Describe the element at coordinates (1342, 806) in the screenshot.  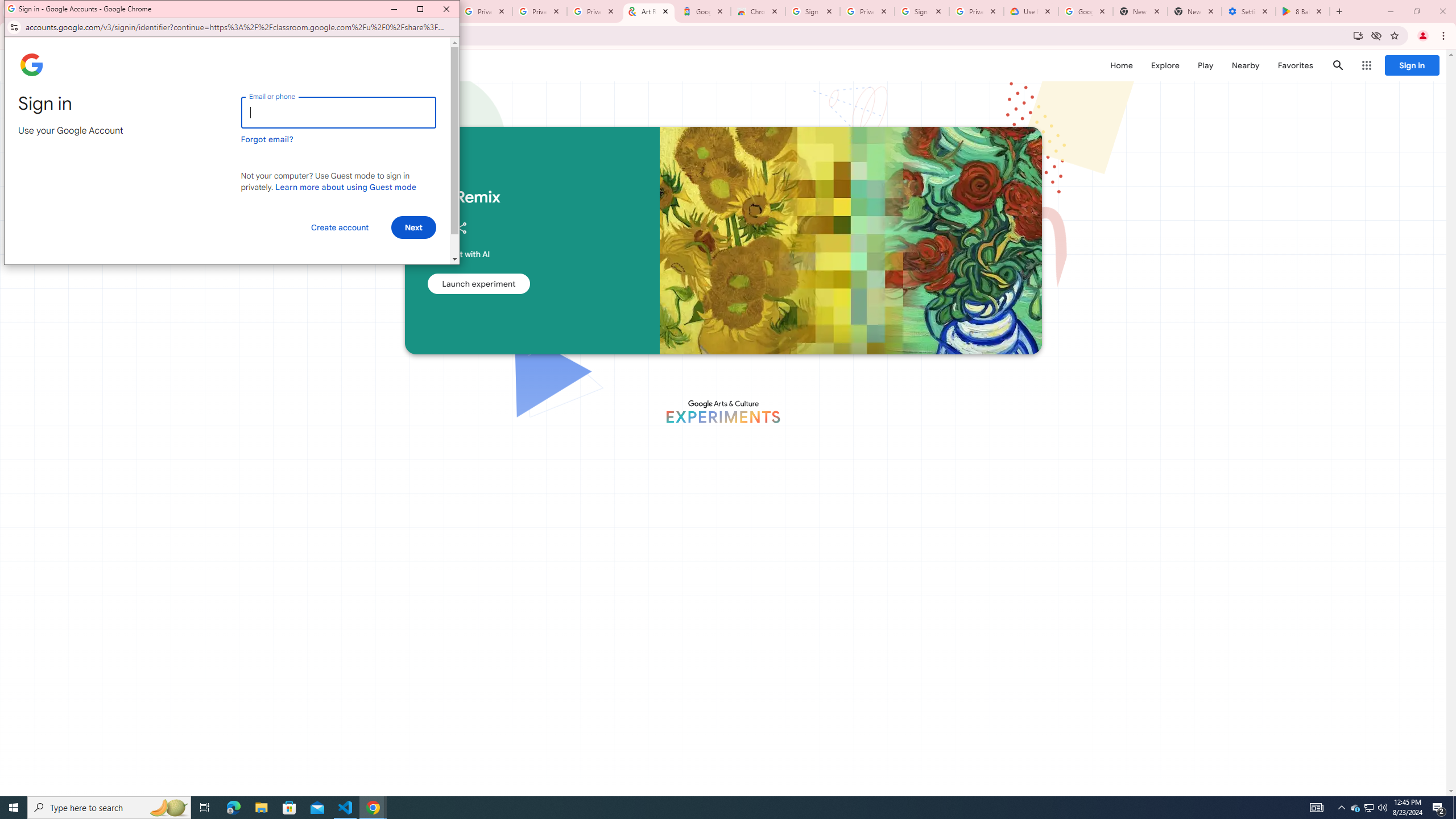
I see `'Notification Chevron'` at that location.